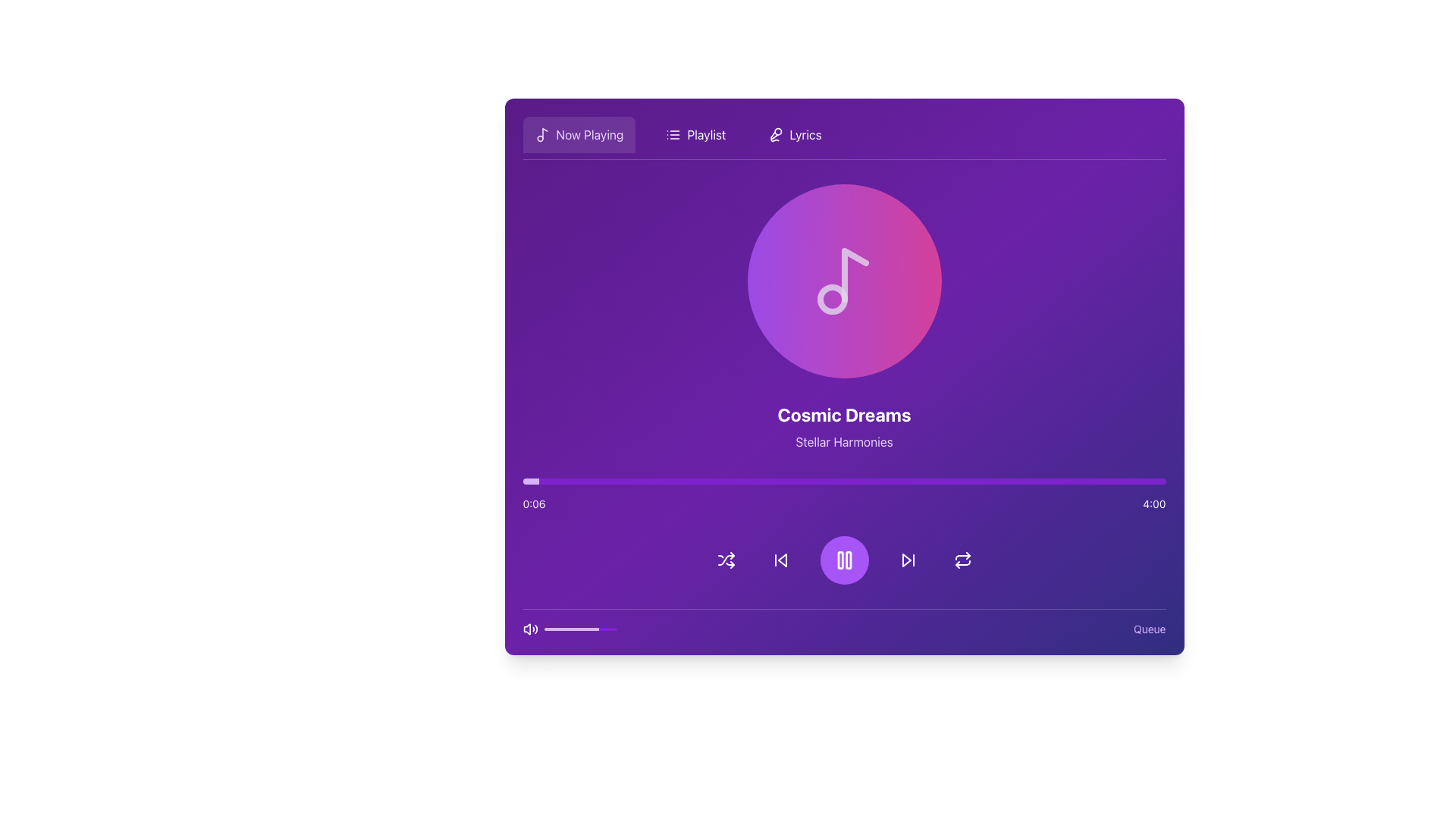  I want to click on the repeat playback button located immediately to the right of the skip-forward button, which activates the repeat playback mode for the current media or playlist, so click(962, 560).